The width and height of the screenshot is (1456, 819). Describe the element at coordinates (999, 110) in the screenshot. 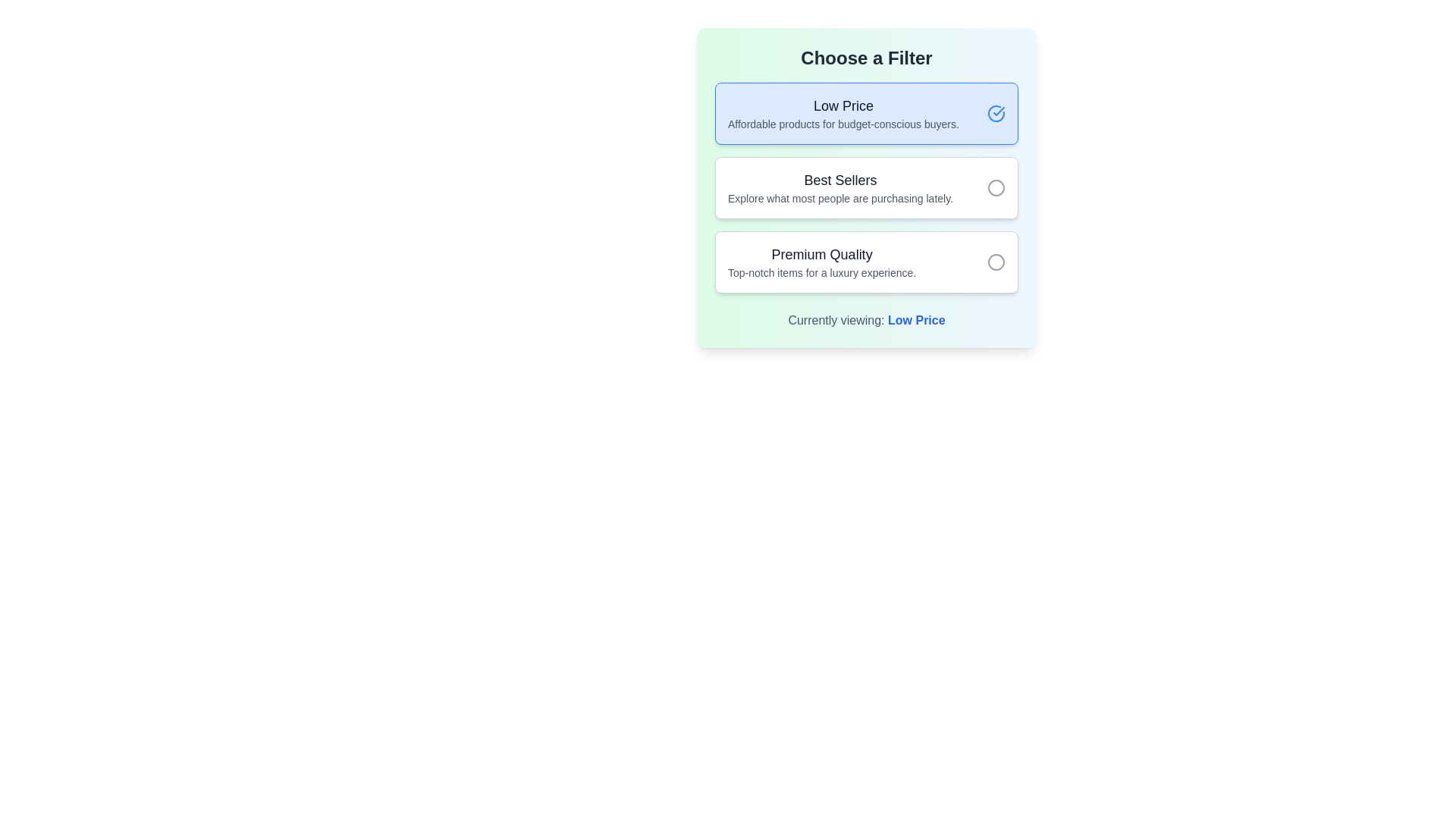

I see `the check mark icon in the top-right corner of the 'Low Price' section` at that location.